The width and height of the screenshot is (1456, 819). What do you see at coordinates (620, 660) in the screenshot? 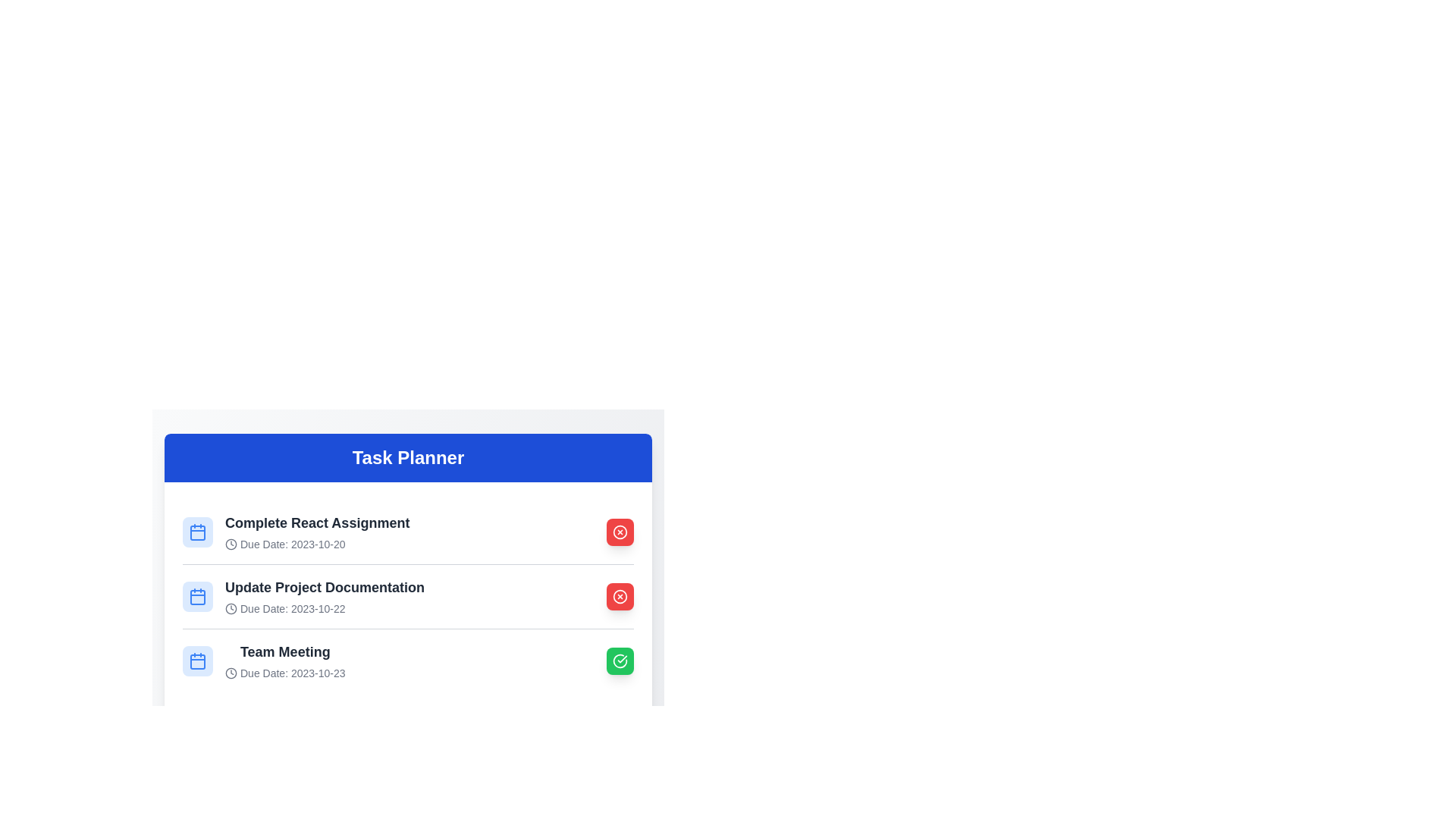
I see `the completion marker button located in the bottom-right corner of the 'Team Meeting' task details` at bounding box center [620, 660].